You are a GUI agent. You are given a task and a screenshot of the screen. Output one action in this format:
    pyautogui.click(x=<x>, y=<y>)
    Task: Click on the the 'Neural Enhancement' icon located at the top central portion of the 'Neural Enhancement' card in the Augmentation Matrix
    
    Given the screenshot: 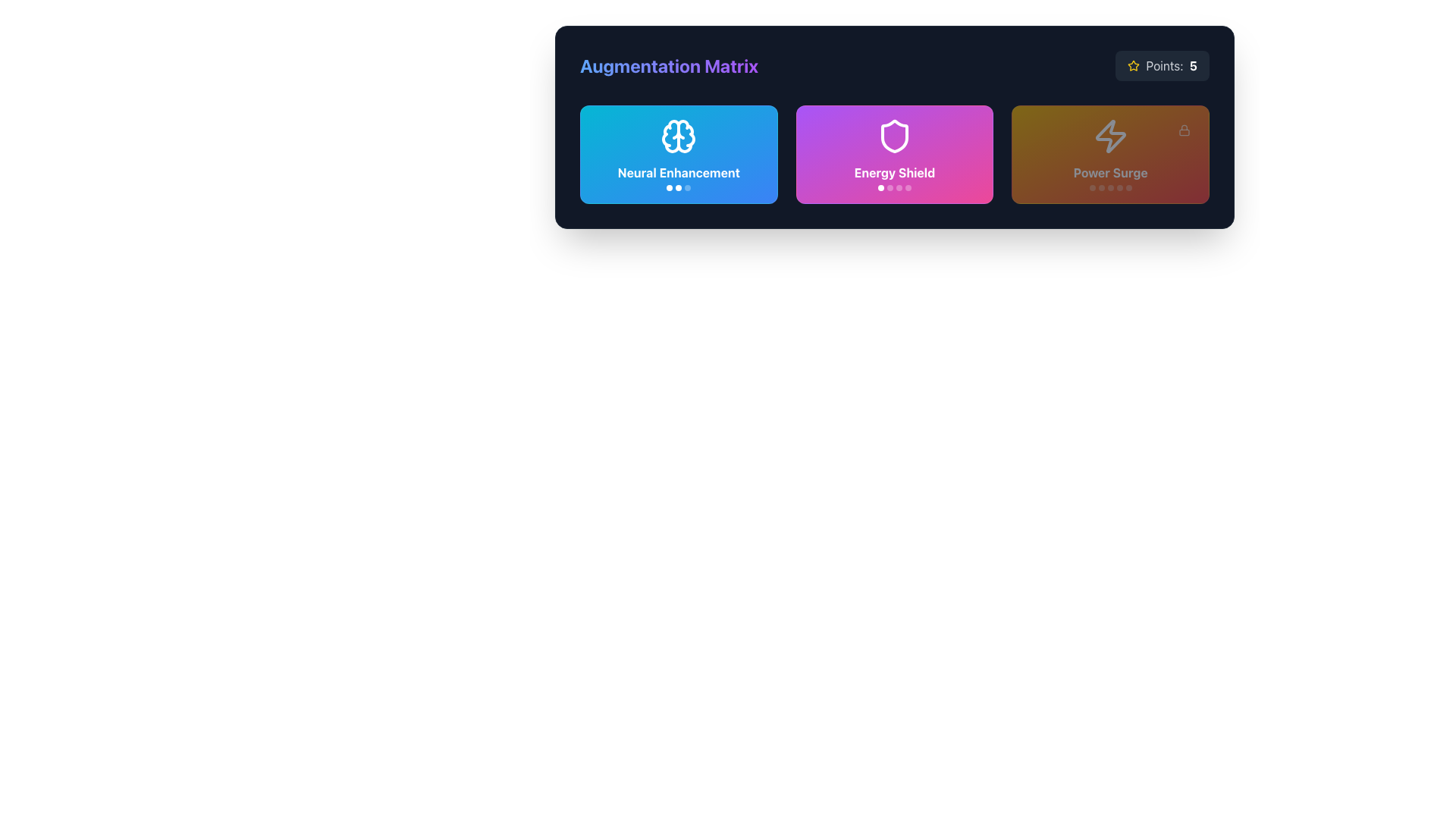 What is the action you would take?
    pyautogui.click(x=678, y=136)
    